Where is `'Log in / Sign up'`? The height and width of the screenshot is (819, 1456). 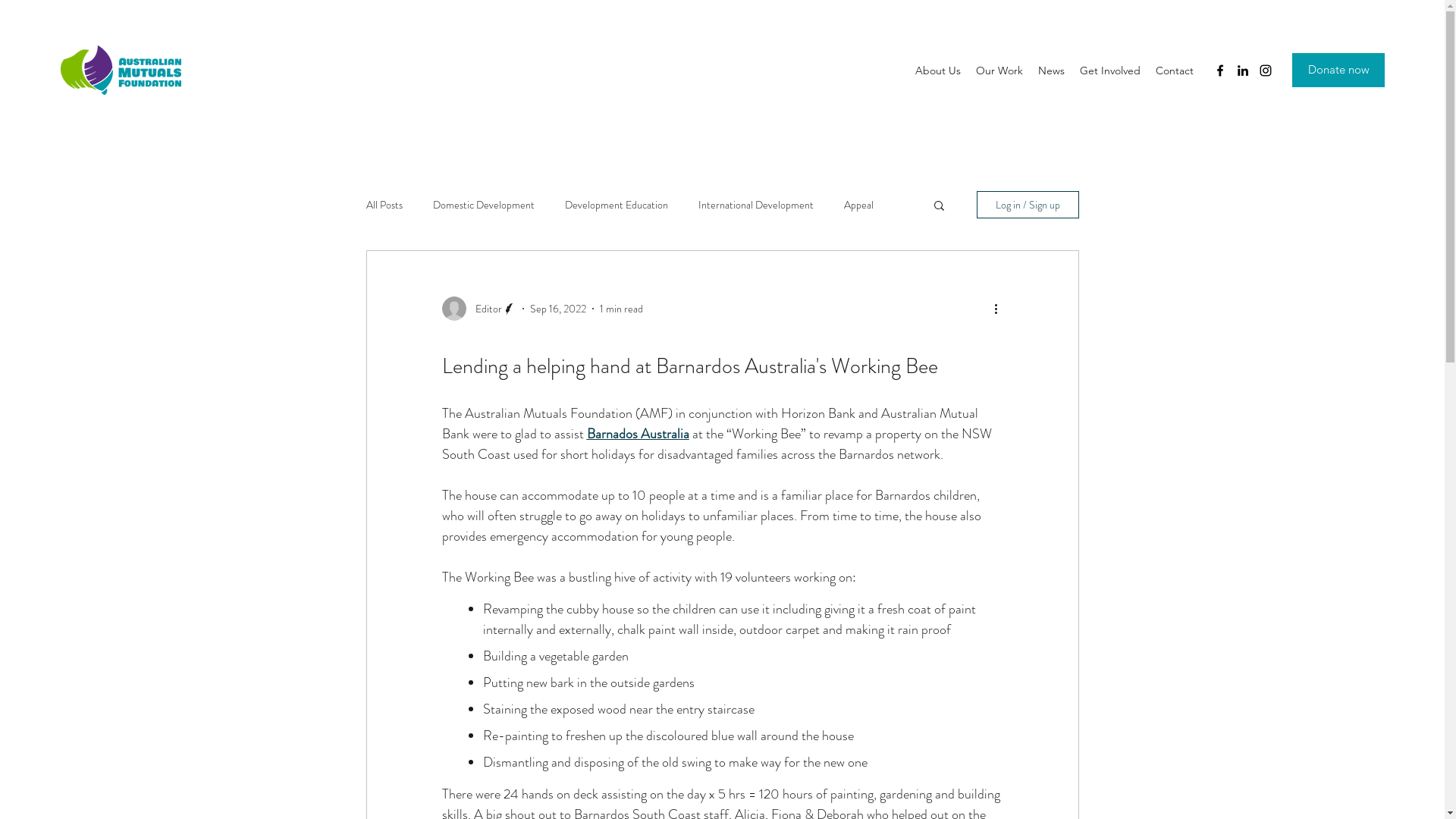 'Log in / Sign up' is located at coordinates (1028, 205).